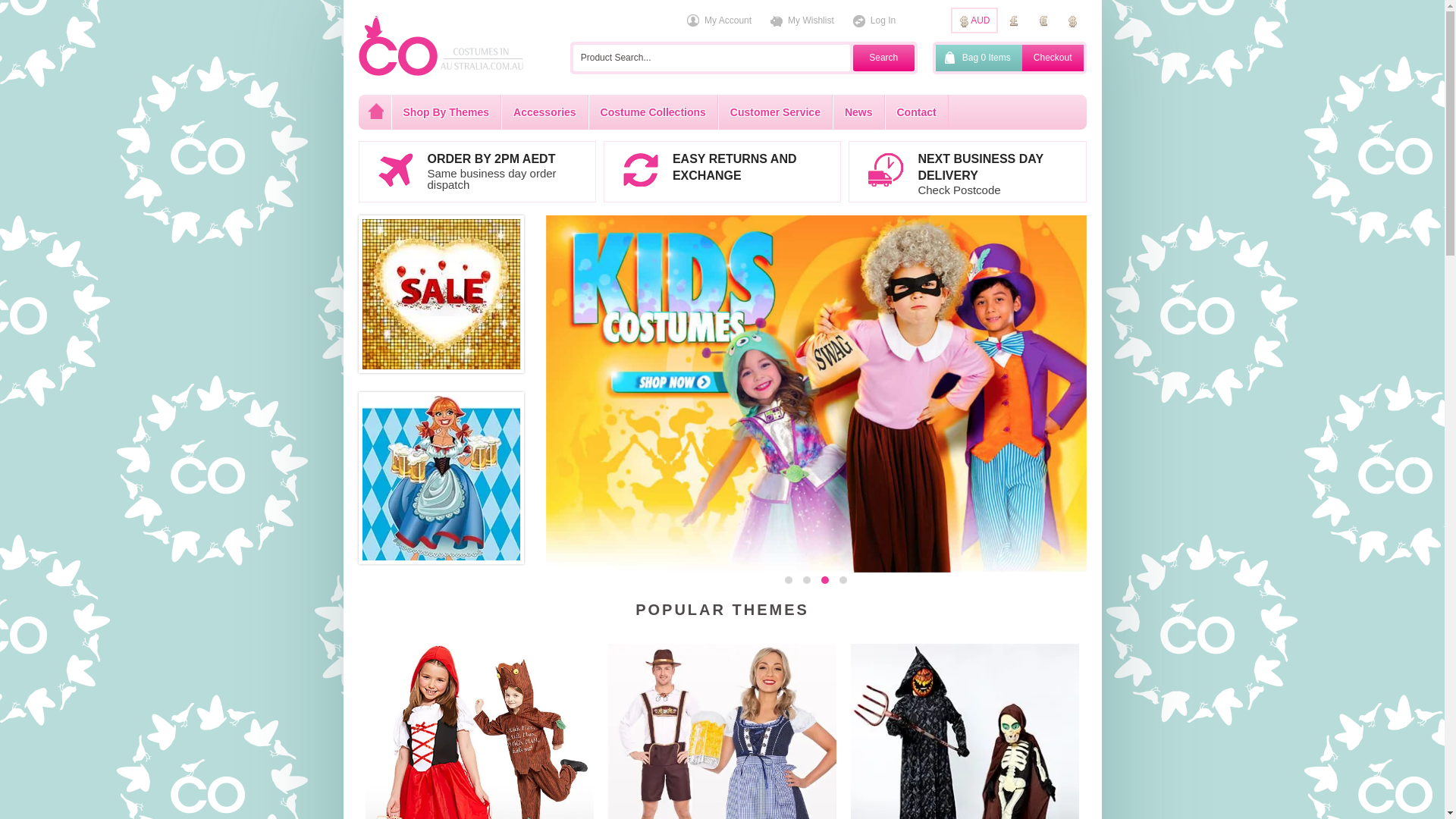  I want to click on 'My Wishlist', so click(801, 20).